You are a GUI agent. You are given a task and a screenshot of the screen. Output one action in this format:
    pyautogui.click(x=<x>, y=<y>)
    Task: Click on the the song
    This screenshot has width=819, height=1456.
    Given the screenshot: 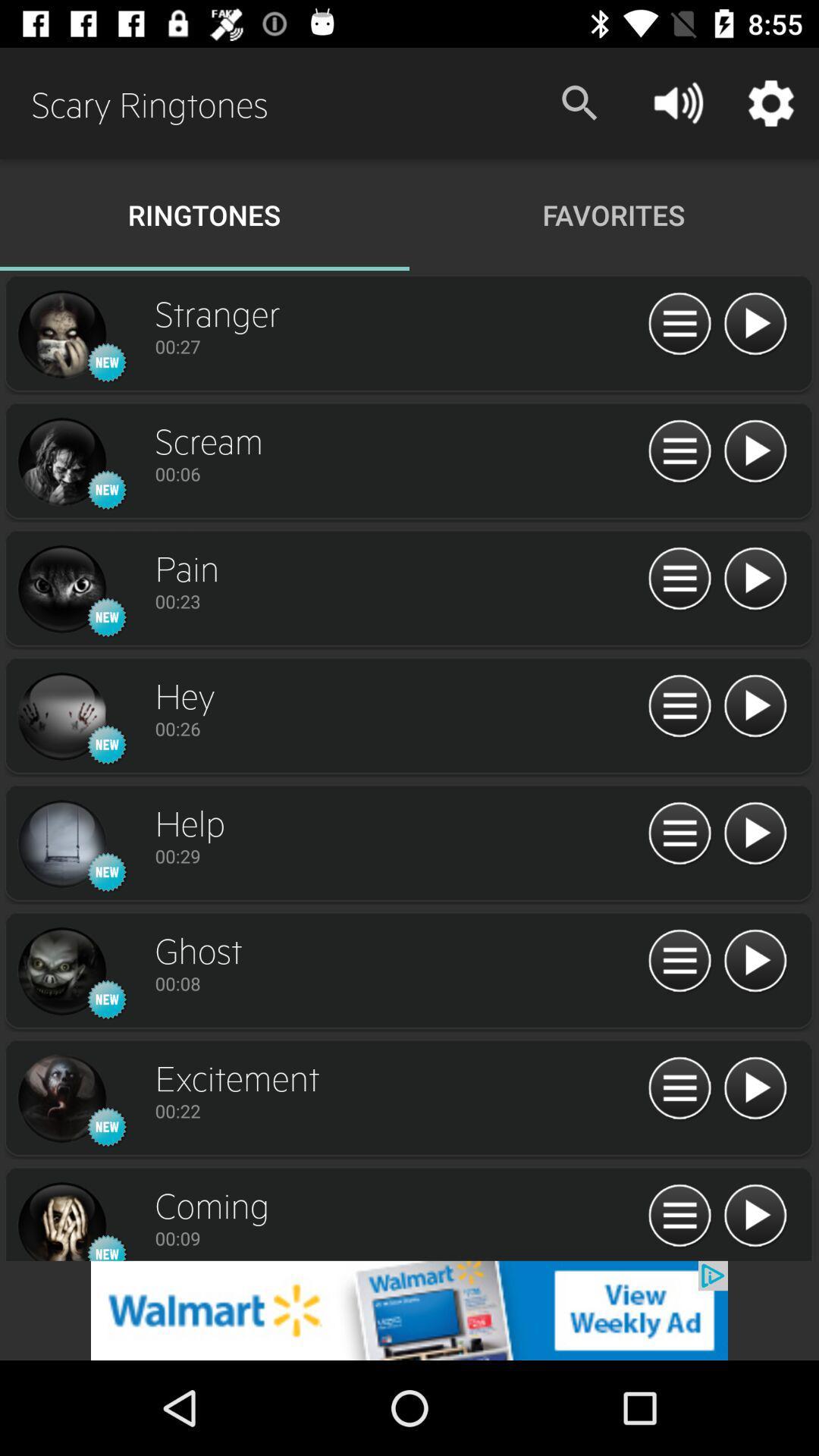 What is the action you would take?
    pyautogui.click(x=755, y=324)
    